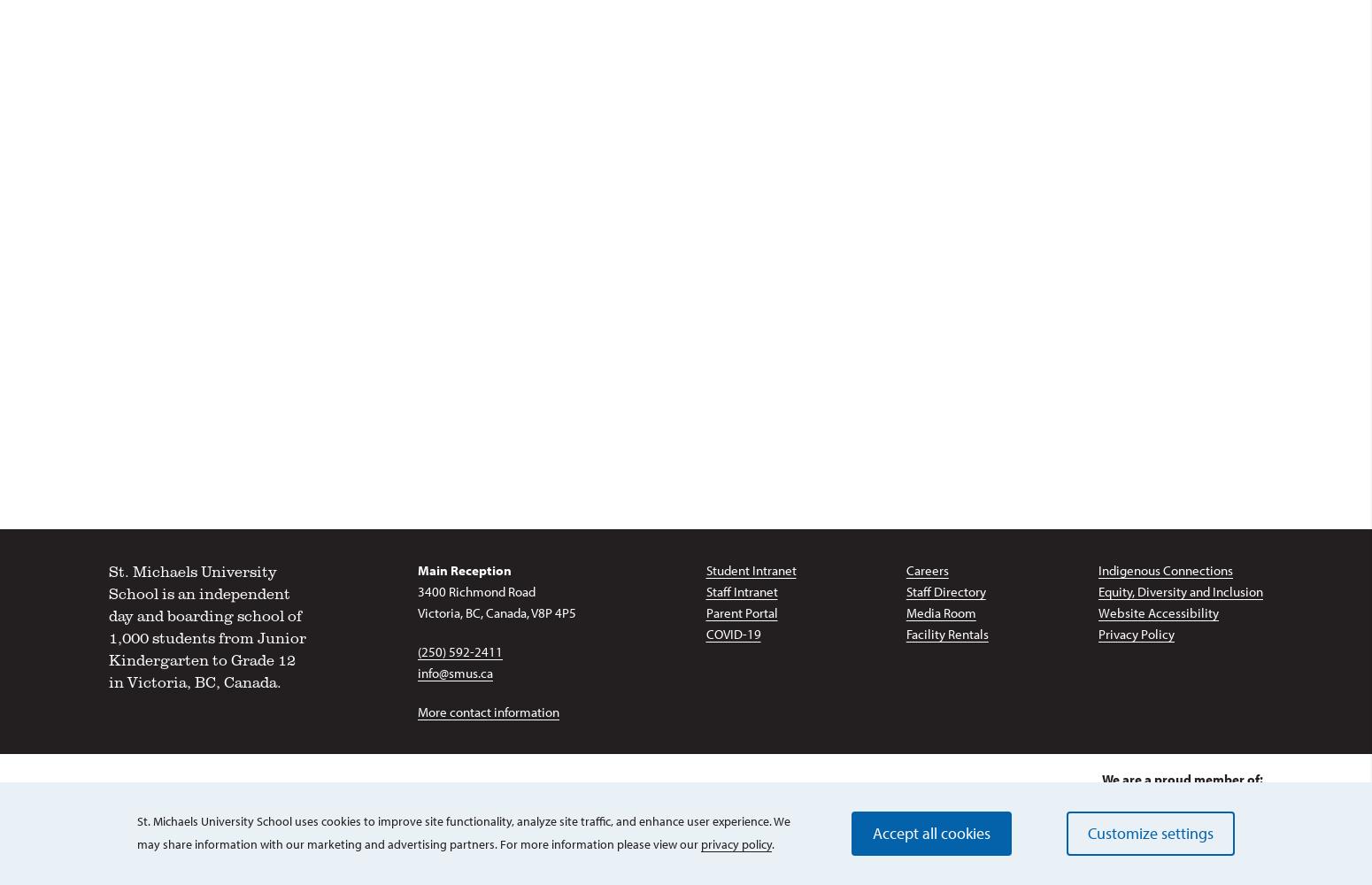  What do you see at coordinates (940, 612) in the screenshot?
I see `'Media Room'` at bounding box center [940, 612].